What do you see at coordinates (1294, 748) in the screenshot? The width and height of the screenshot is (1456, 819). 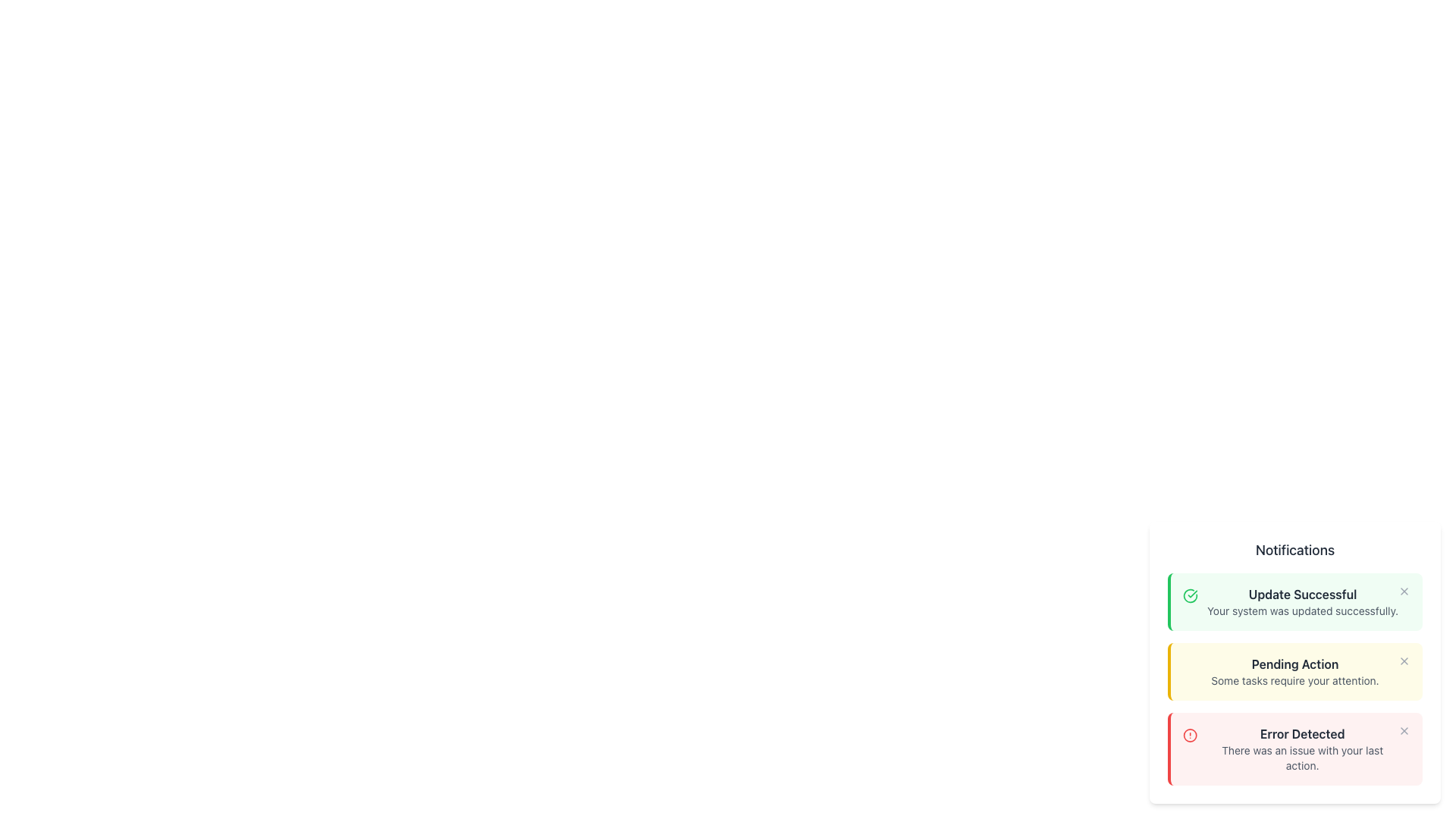 I see `the error notification card located at the bottom-right of the interface by clicking on it` at bounding box center [1294, 748].